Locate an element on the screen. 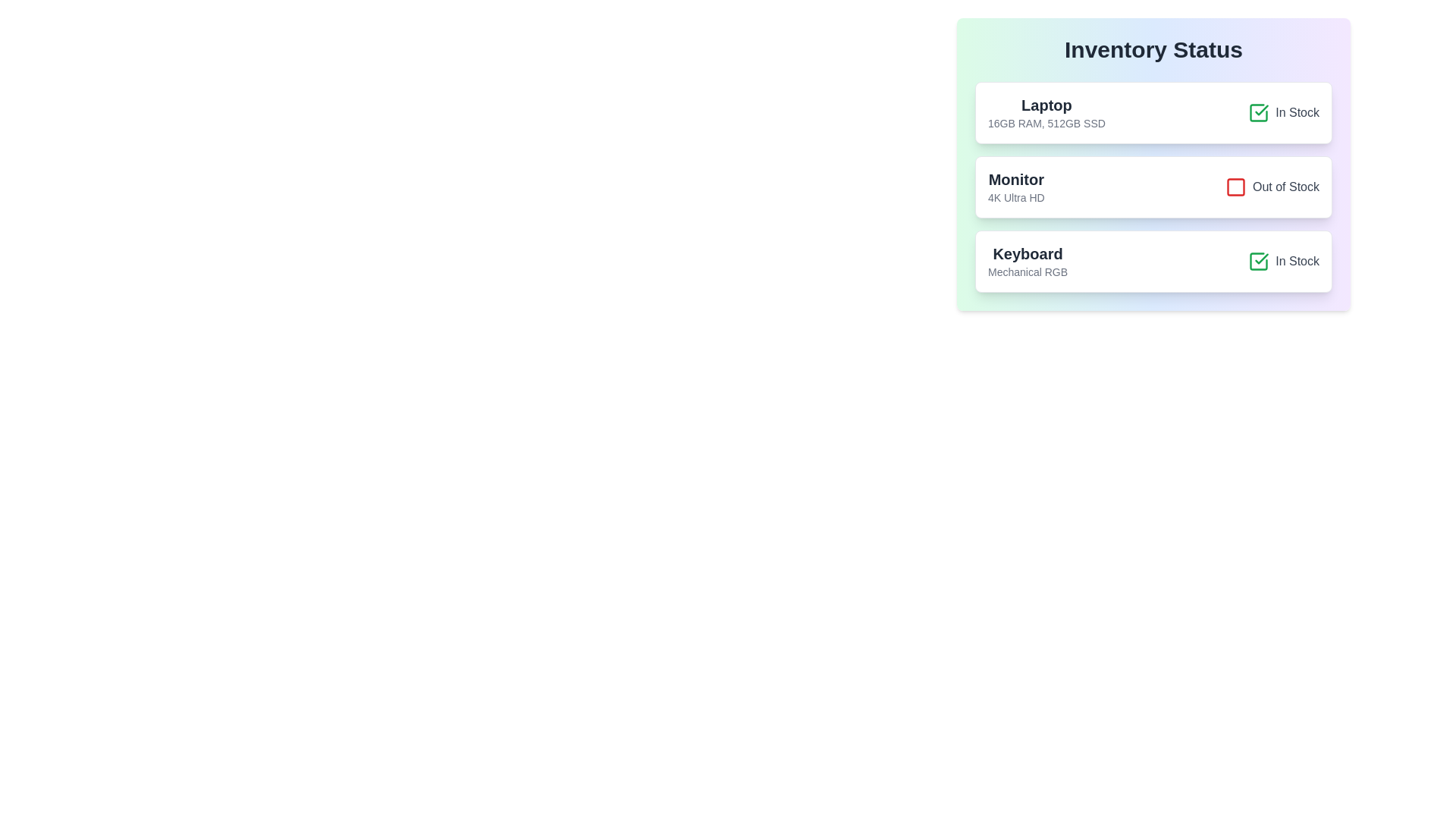 Image resolution: width=1456 pixels, height=819 pixels. the text element displaying the title 'Laptop' and its description '16GB RAM, 512GB SSD', which is prominently located at the top of the card in the 'Inventory Status' section is located at coordinates (1046, 112).